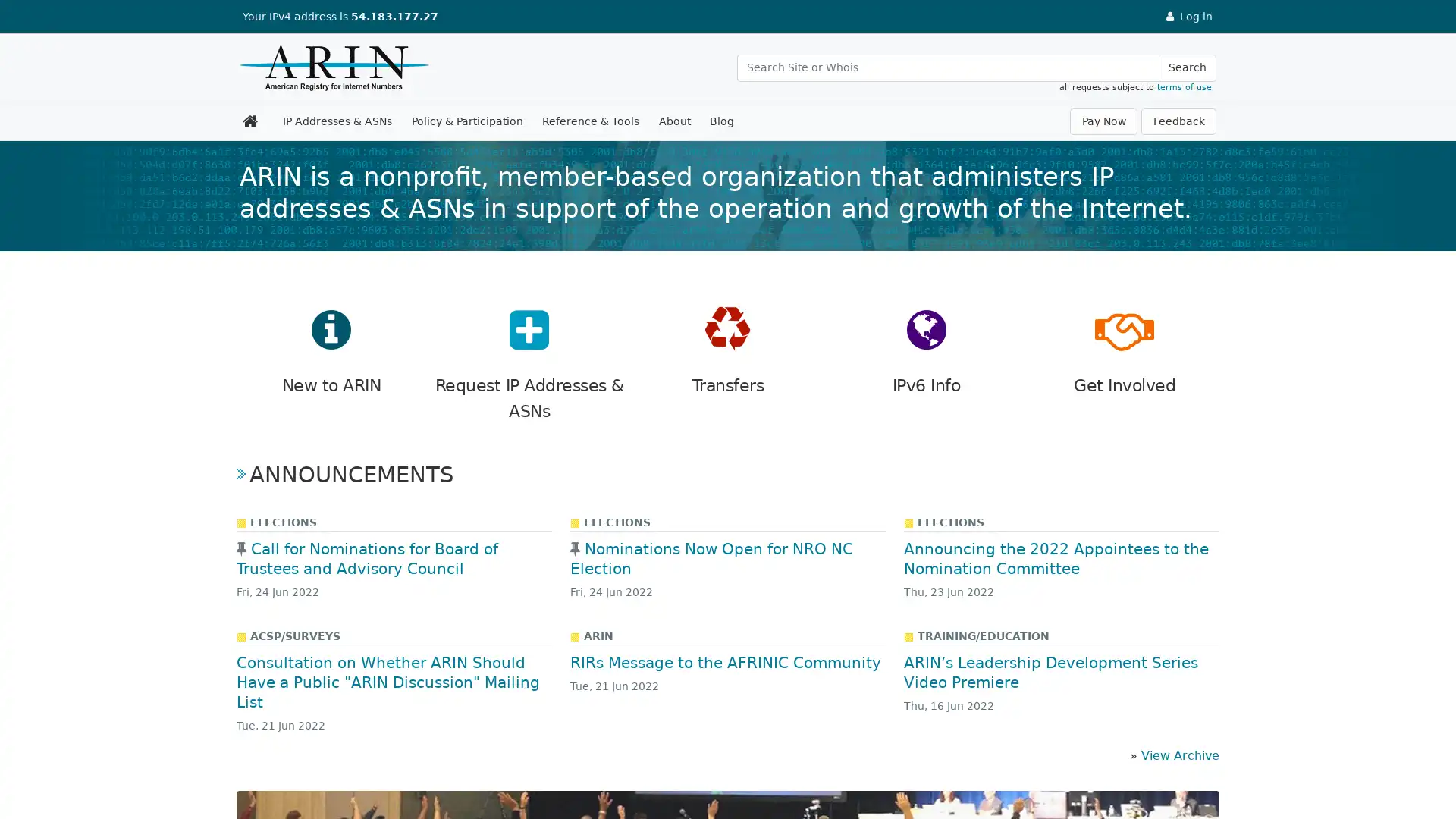  What do you see at coordinates (1178, 120) in the screenshot?
I see `Feedback` at bounding box center [1178, 120].